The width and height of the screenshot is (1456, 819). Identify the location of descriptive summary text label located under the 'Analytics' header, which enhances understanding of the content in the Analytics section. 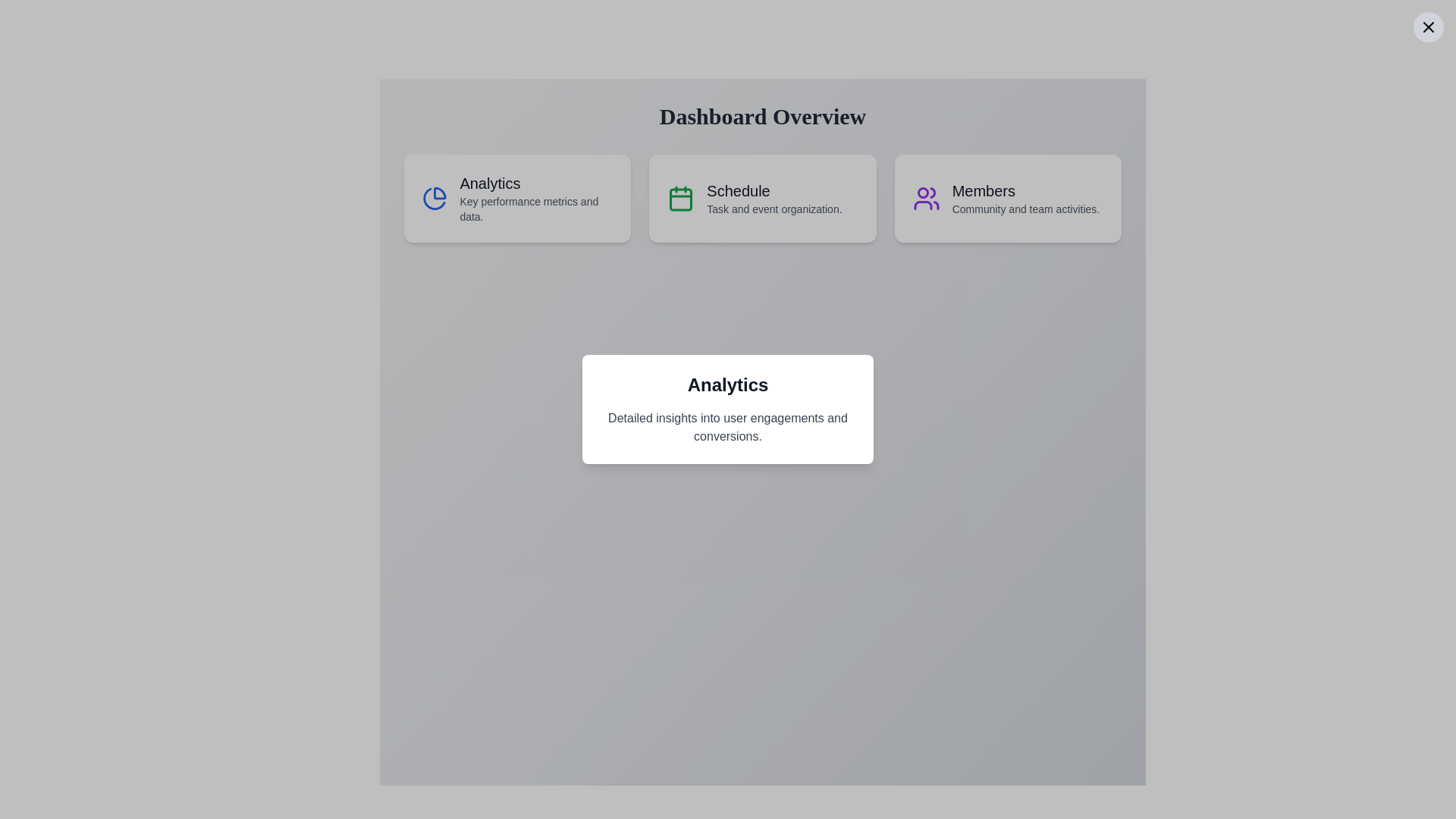
(728, 427).